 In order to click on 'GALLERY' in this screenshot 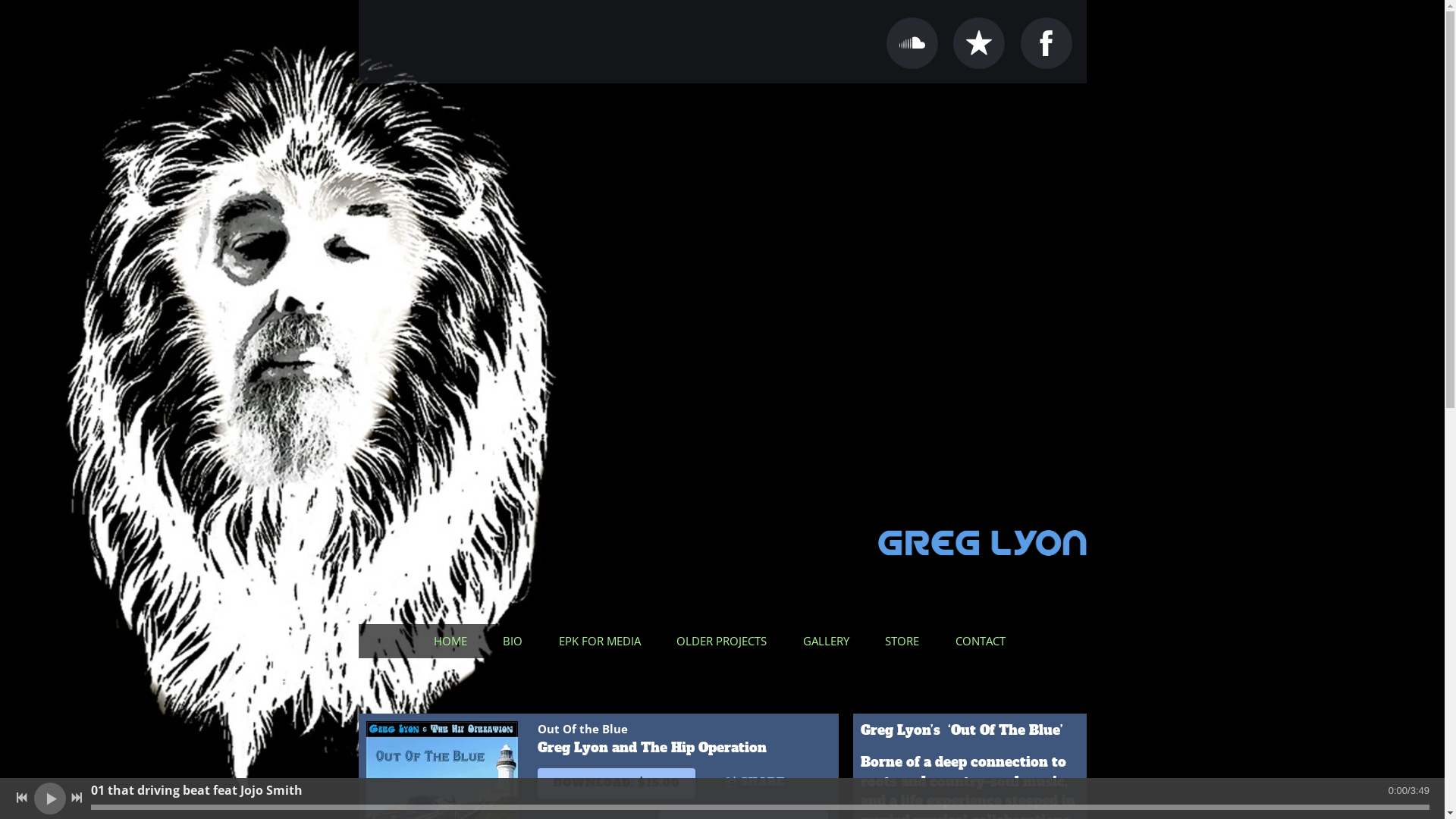, I will do `click(828, 641)`.